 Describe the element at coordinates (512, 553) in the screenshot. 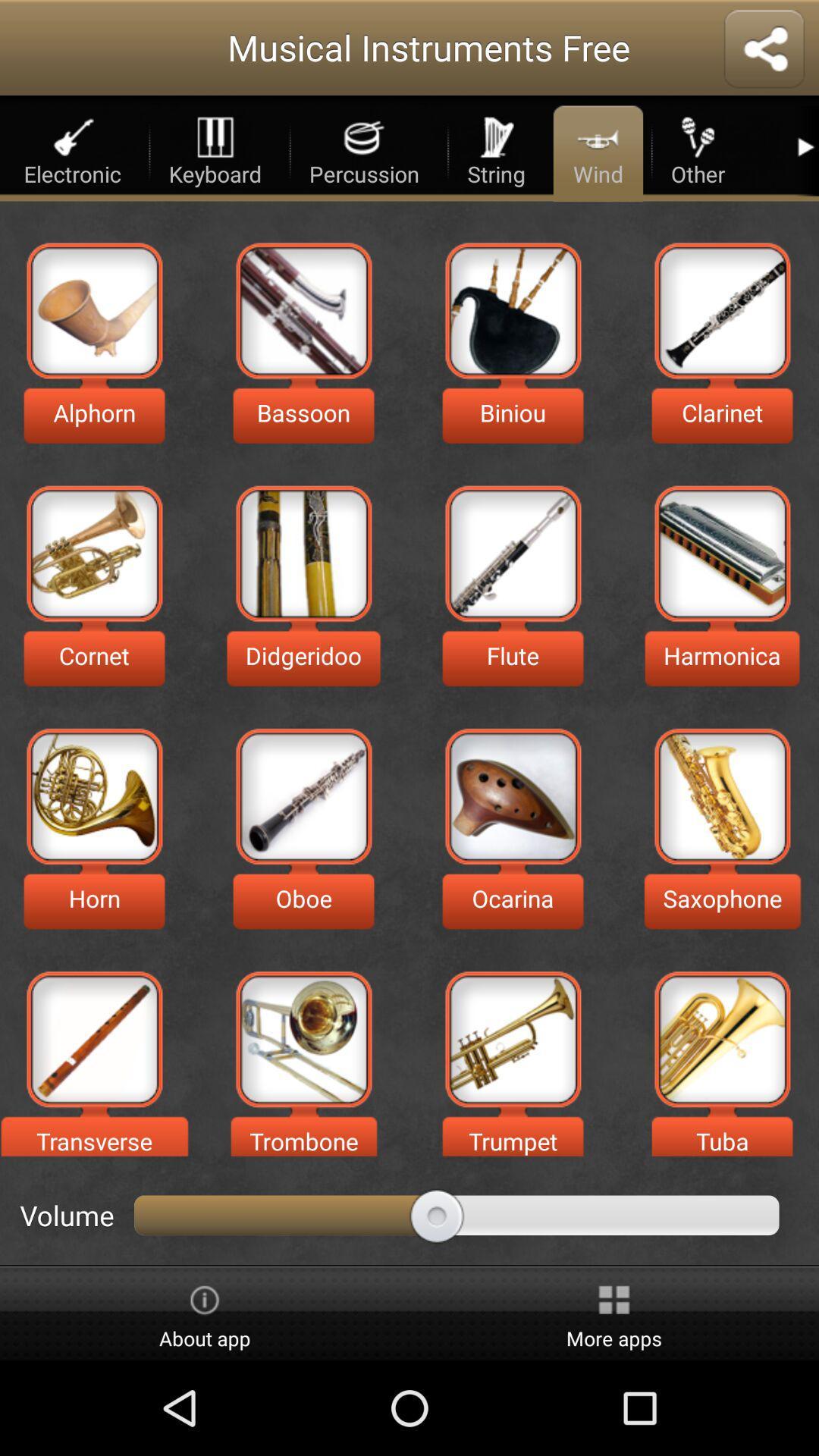

I see `choose the selection` at that location.